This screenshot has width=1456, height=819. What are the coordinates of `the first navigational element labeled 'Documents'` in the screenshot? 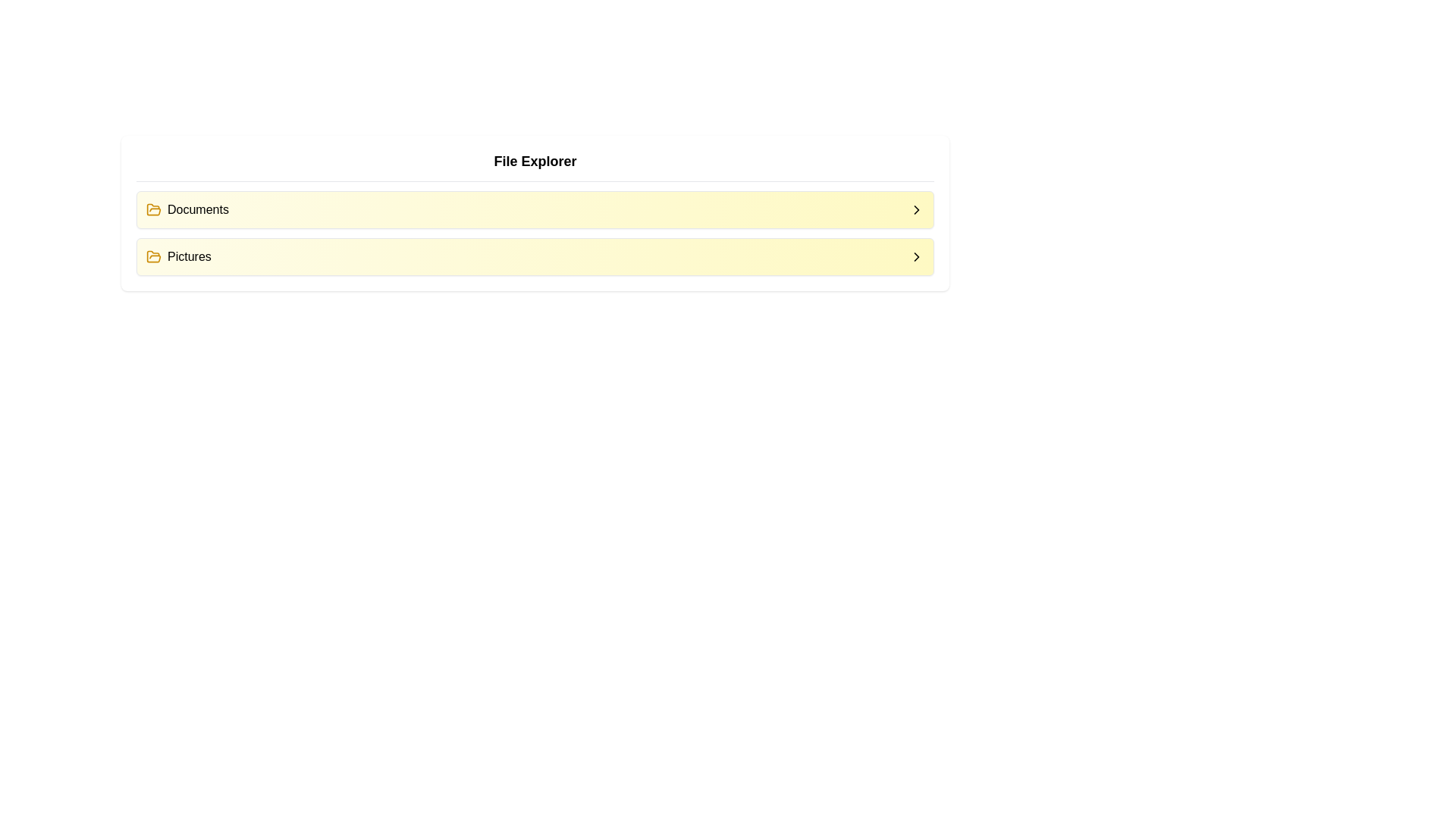 It's located at (535, 210).